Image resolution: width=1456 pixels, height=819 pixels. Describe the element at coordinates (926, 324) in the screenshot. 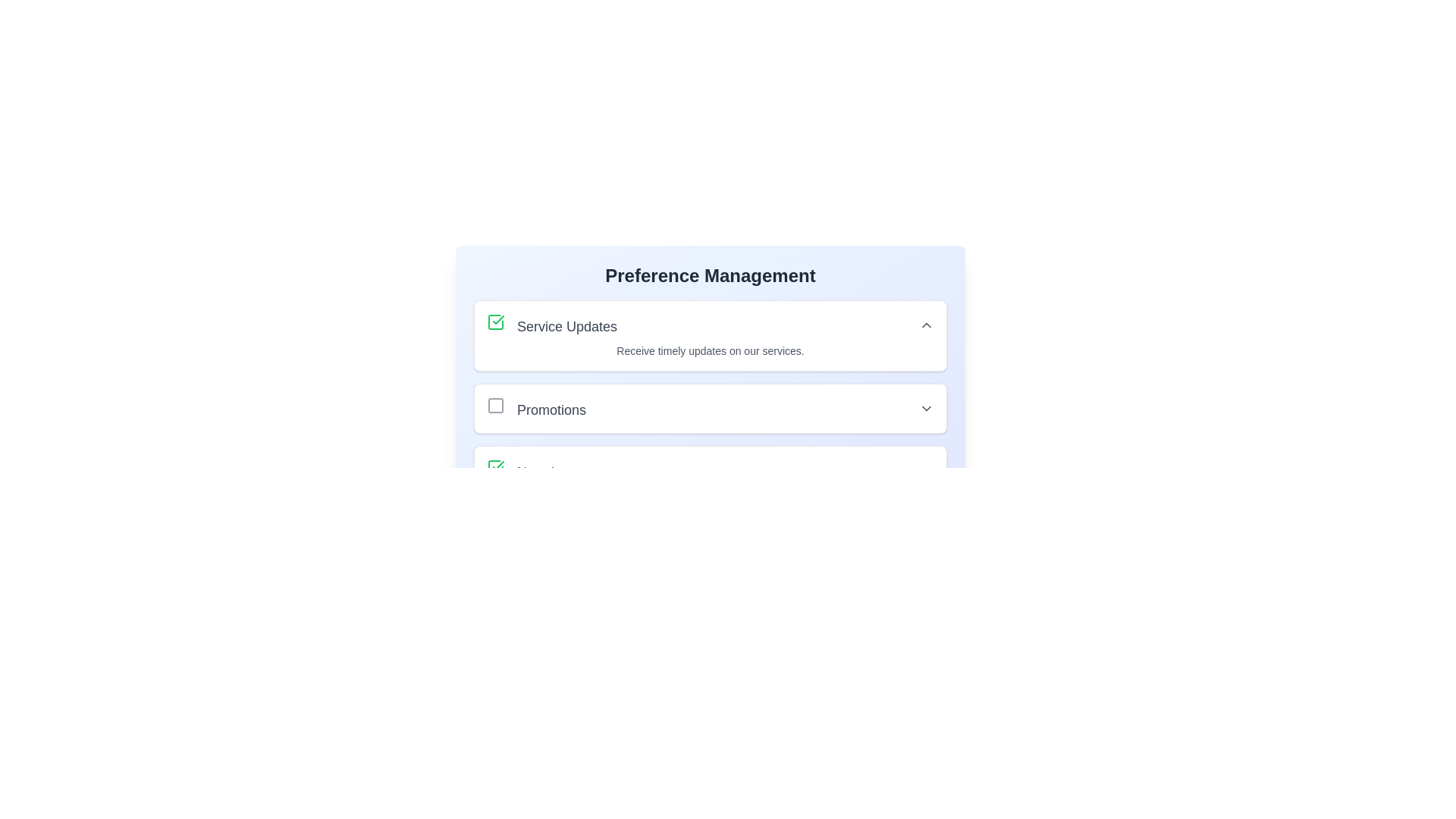

I see `the Chevron-up icon located at the far right of the 'Service Updates' section` at that location.